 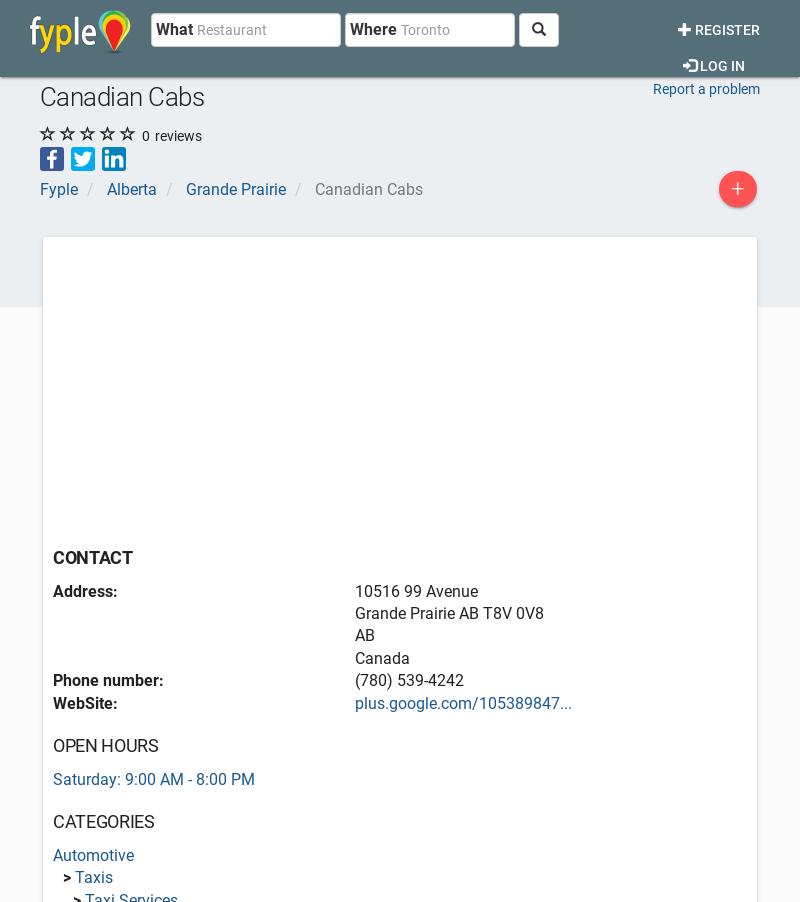 I want to click on 'AB', so click(x=364, y=634).